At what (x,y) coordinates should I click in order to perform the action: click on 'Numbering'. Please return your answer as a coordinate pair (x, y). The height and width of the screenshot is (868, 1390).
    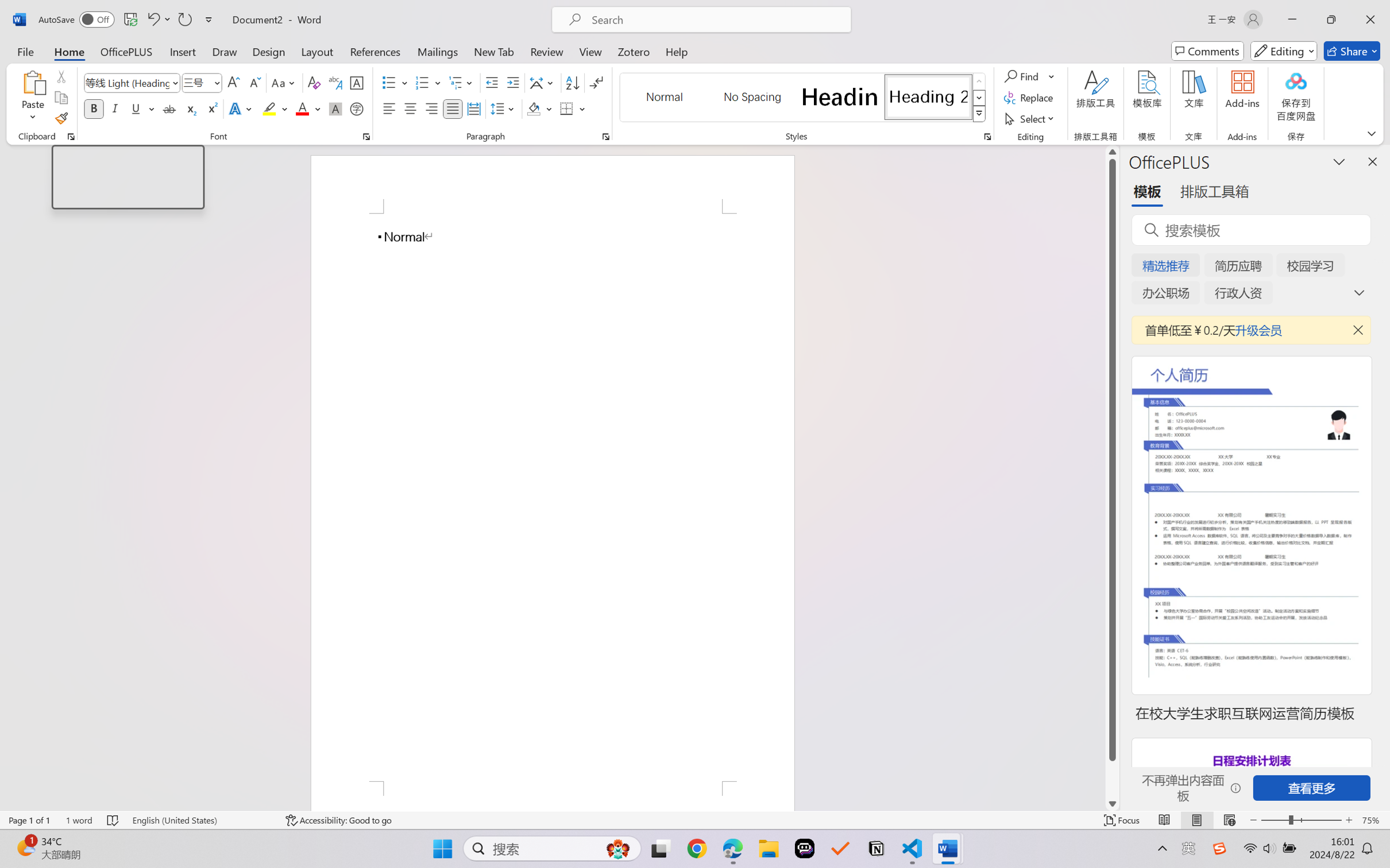
    Looking at the image, I should click on (422, 83).